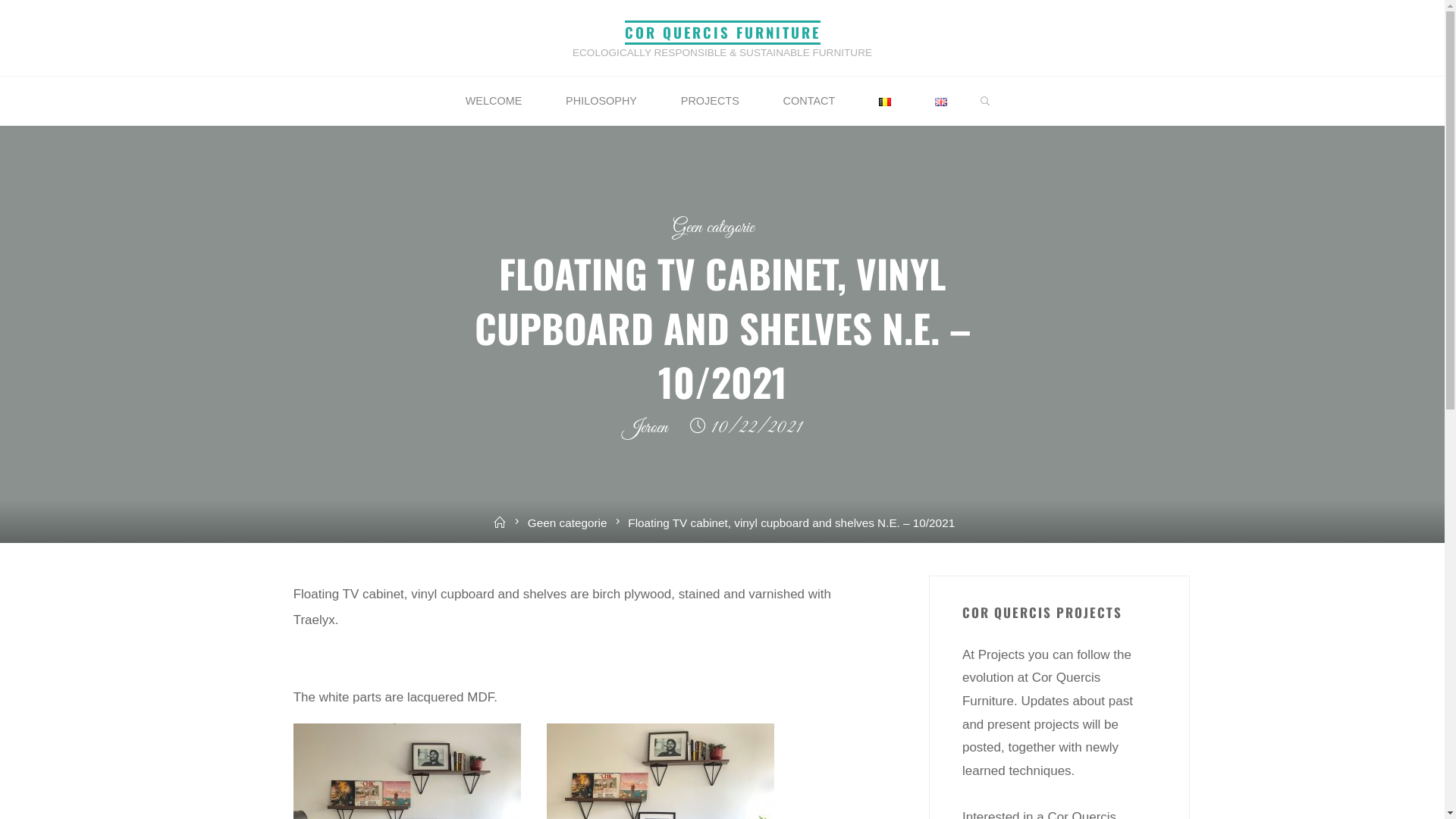 The width and height of the screenshot is (1456, 819). What do you see at coordinates (499, 522) in the screenshot?
I see `'Home'` at bounding box center [499, 522].